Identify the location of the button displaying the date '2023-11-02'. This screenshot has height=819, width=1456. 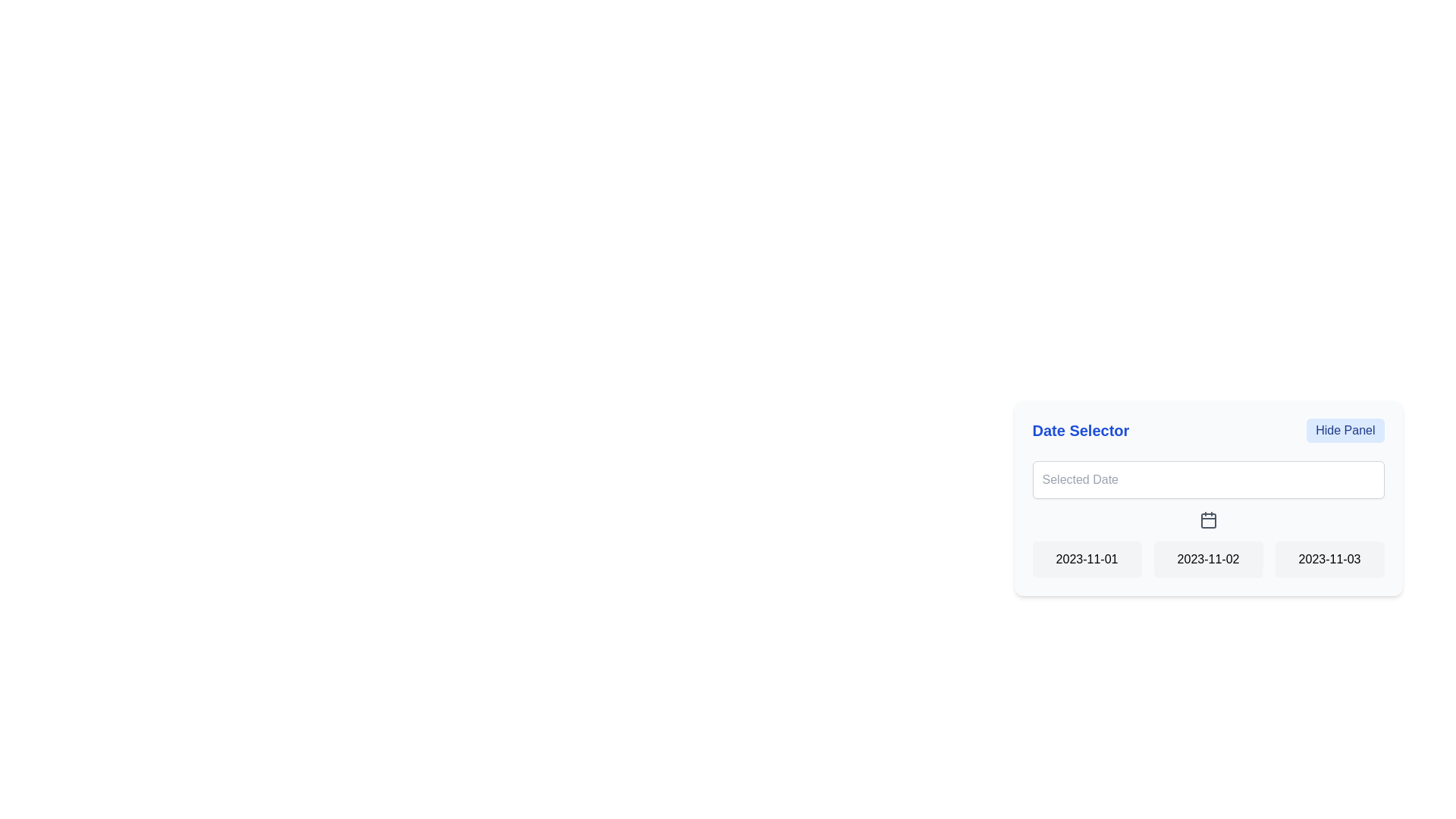
(1207, 559).